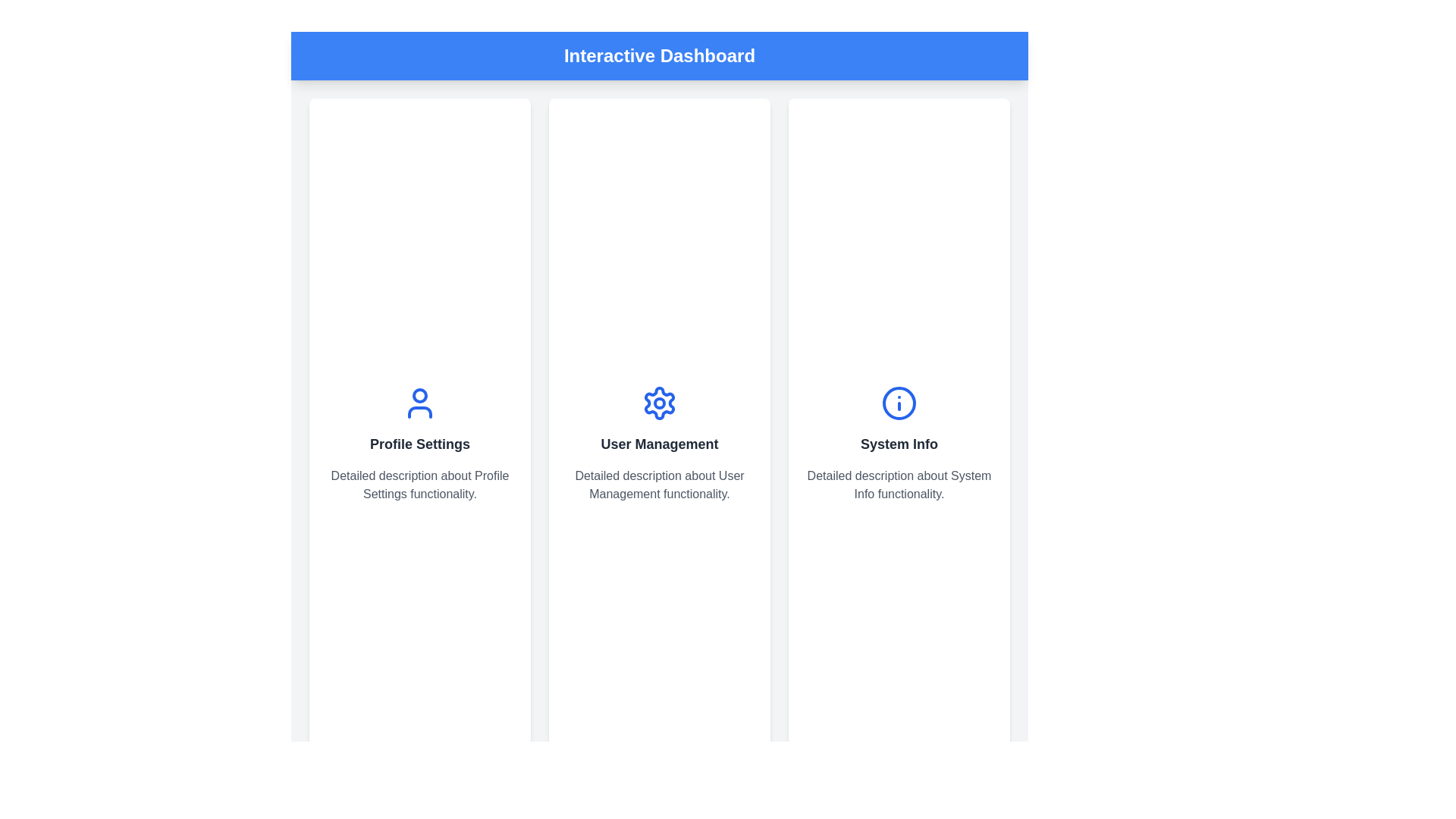  I want to click on the text label located centrally within the third card of a three-column layout, positioned below a circular blue icon, to trigger additional effects, so click(899, 444).